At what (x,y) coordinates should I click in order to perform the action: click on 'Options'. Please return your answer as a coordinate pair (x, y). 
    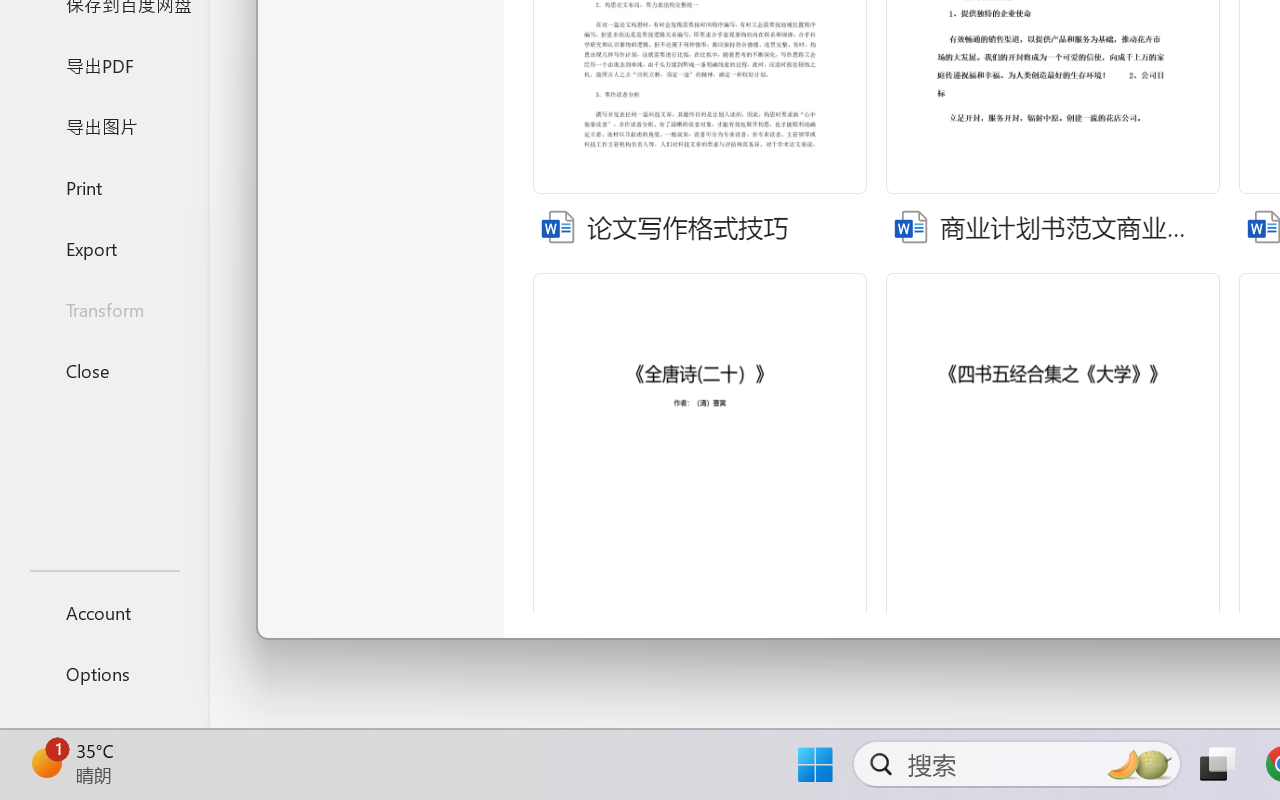
    Looking at the image, I should click on (103, 673).